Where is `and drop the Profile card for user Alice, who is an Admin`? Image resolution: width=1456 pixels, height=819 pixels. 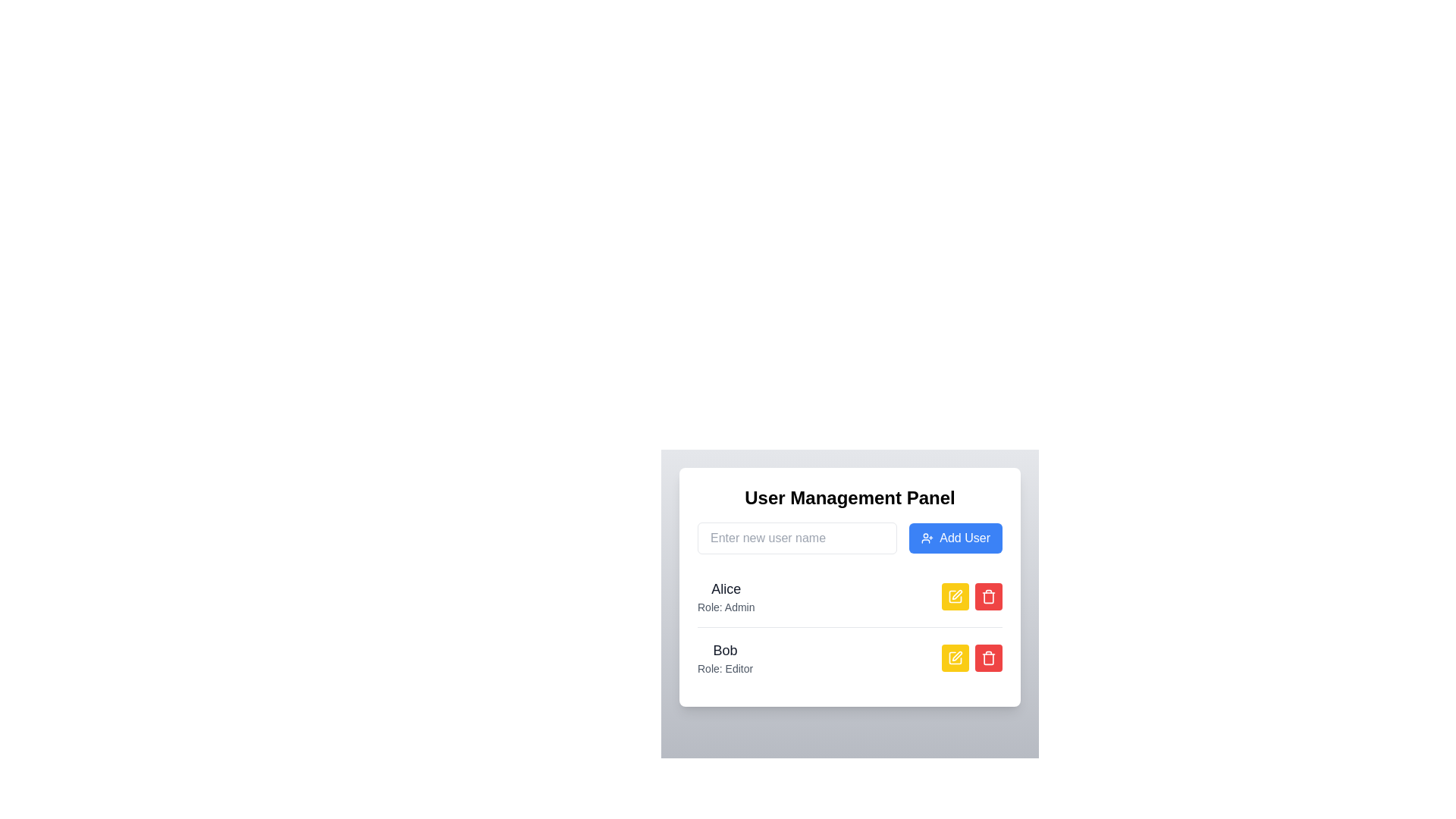
and drop the Profile card for user Alice, who is an Admin is located at coordinates (850, 586).